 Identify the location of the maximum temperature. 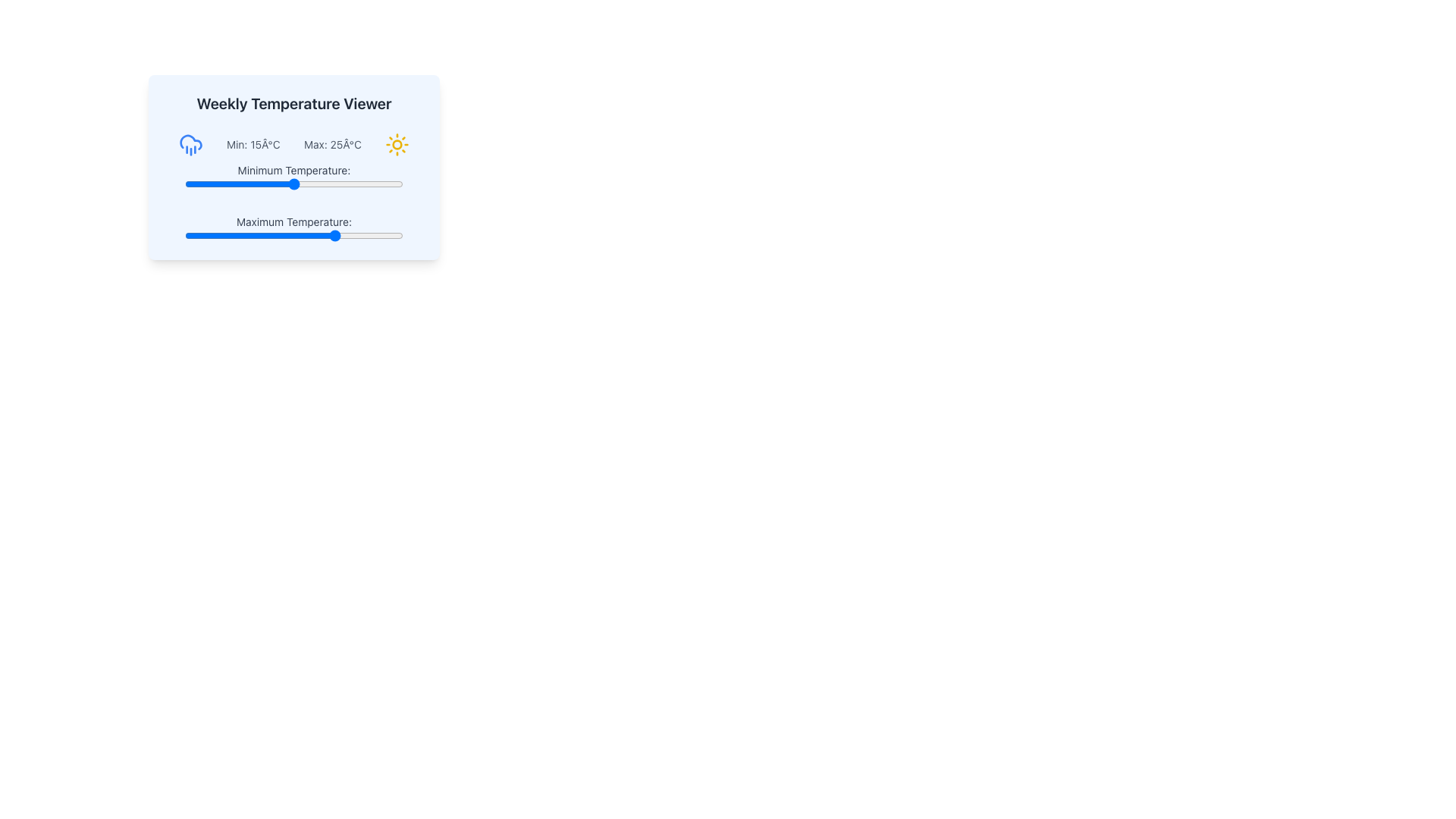
(246, 236).